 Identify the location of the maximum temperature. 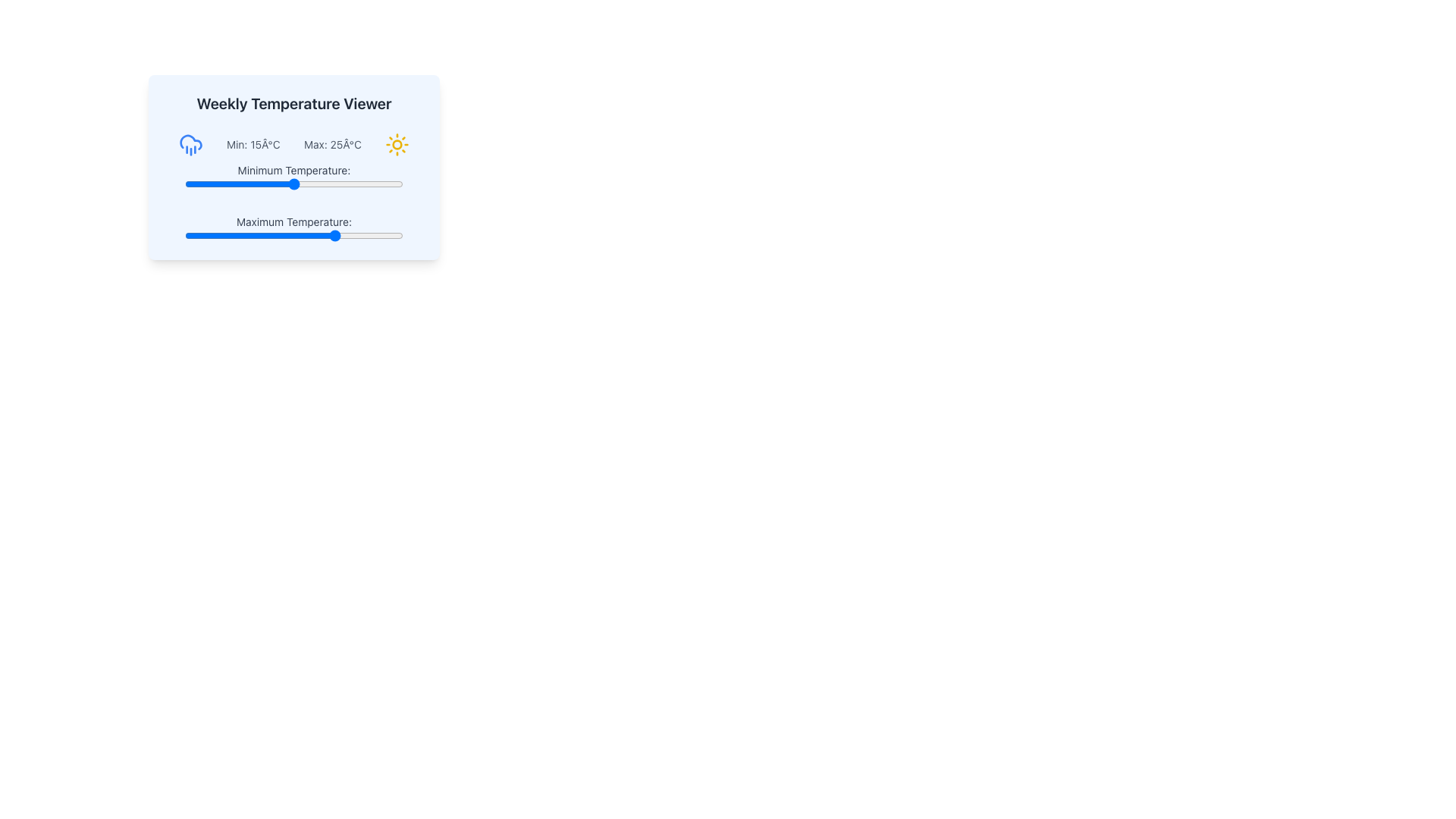
(246, 236).